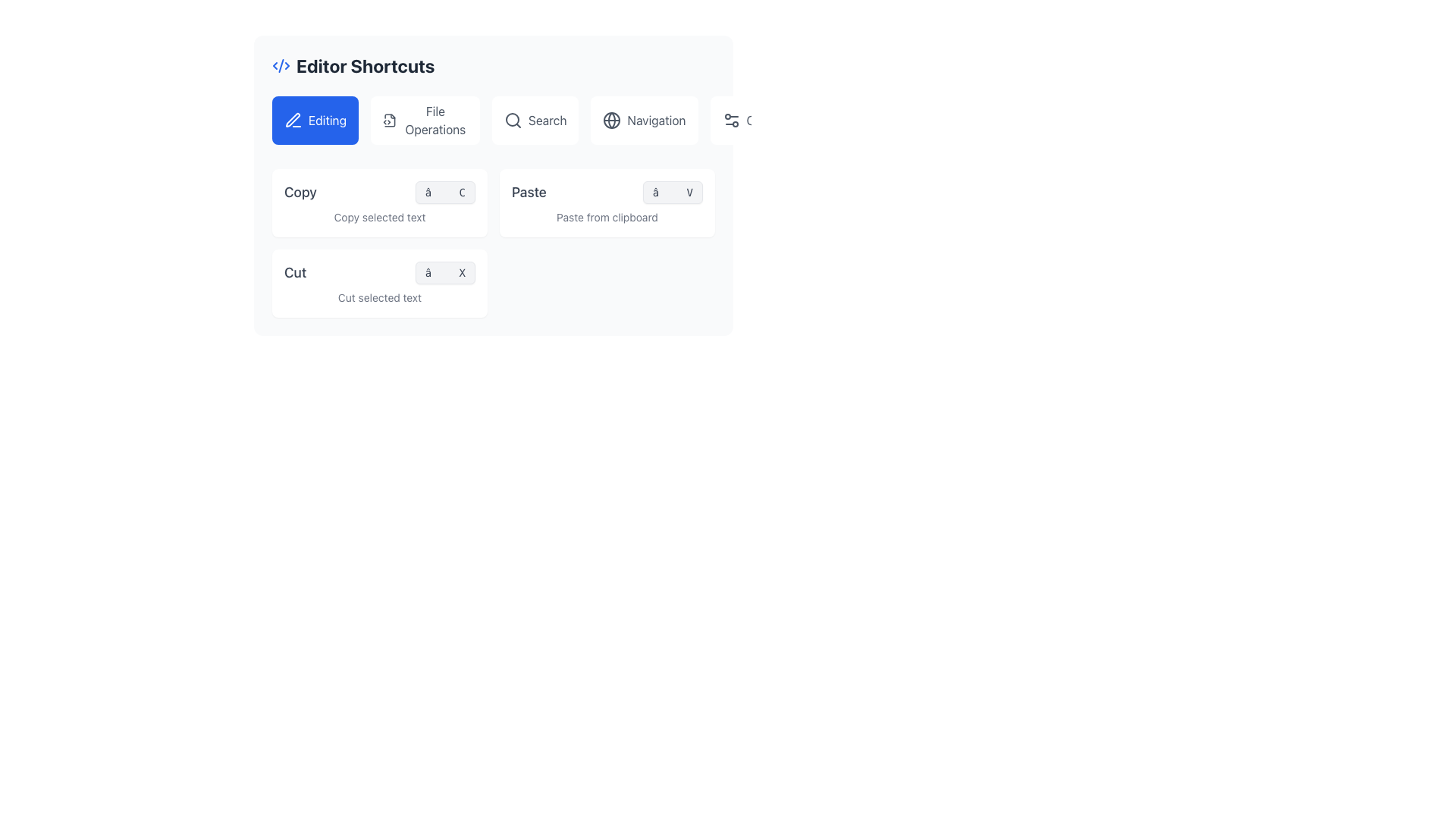 The image size is (1456, 819). What do you see at coordinates (379, 192) in the screenshot?
I see `the List item displaying 'Copy' and the shortcut '⌘ C'` at bounding box center [379, 192].